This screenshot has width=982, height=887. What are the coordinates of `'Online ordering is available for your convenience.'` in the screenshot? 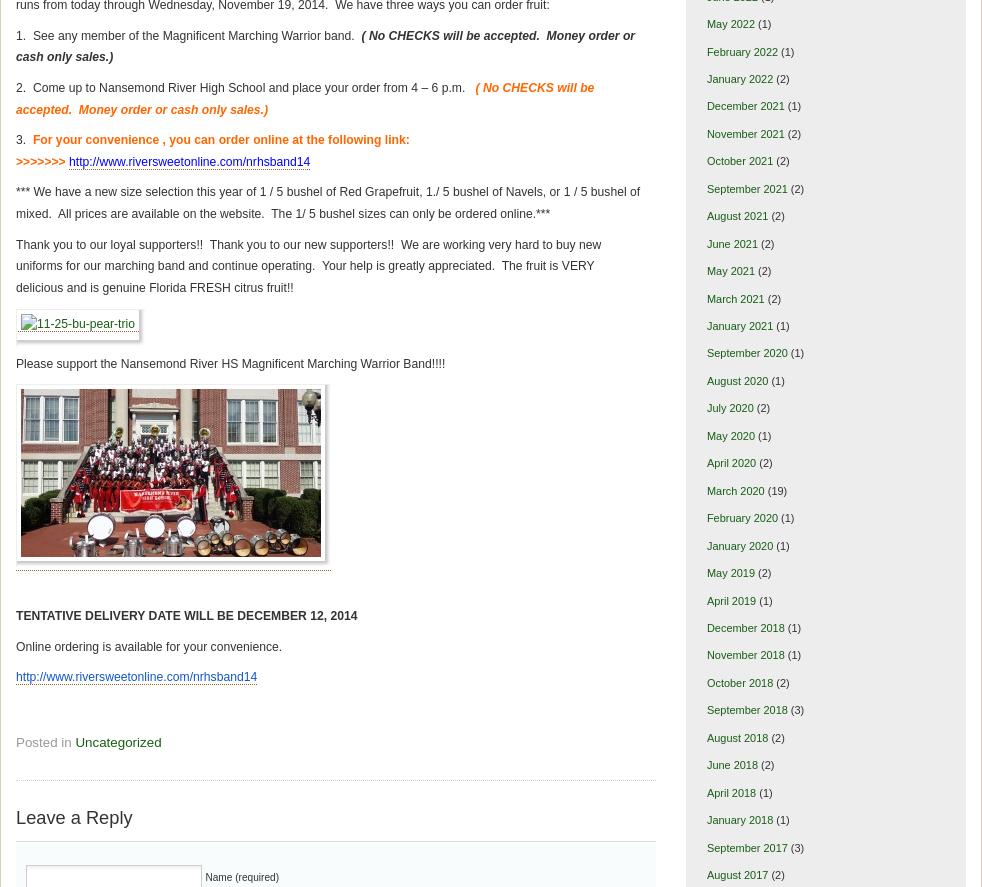 It's located at (147, 645).